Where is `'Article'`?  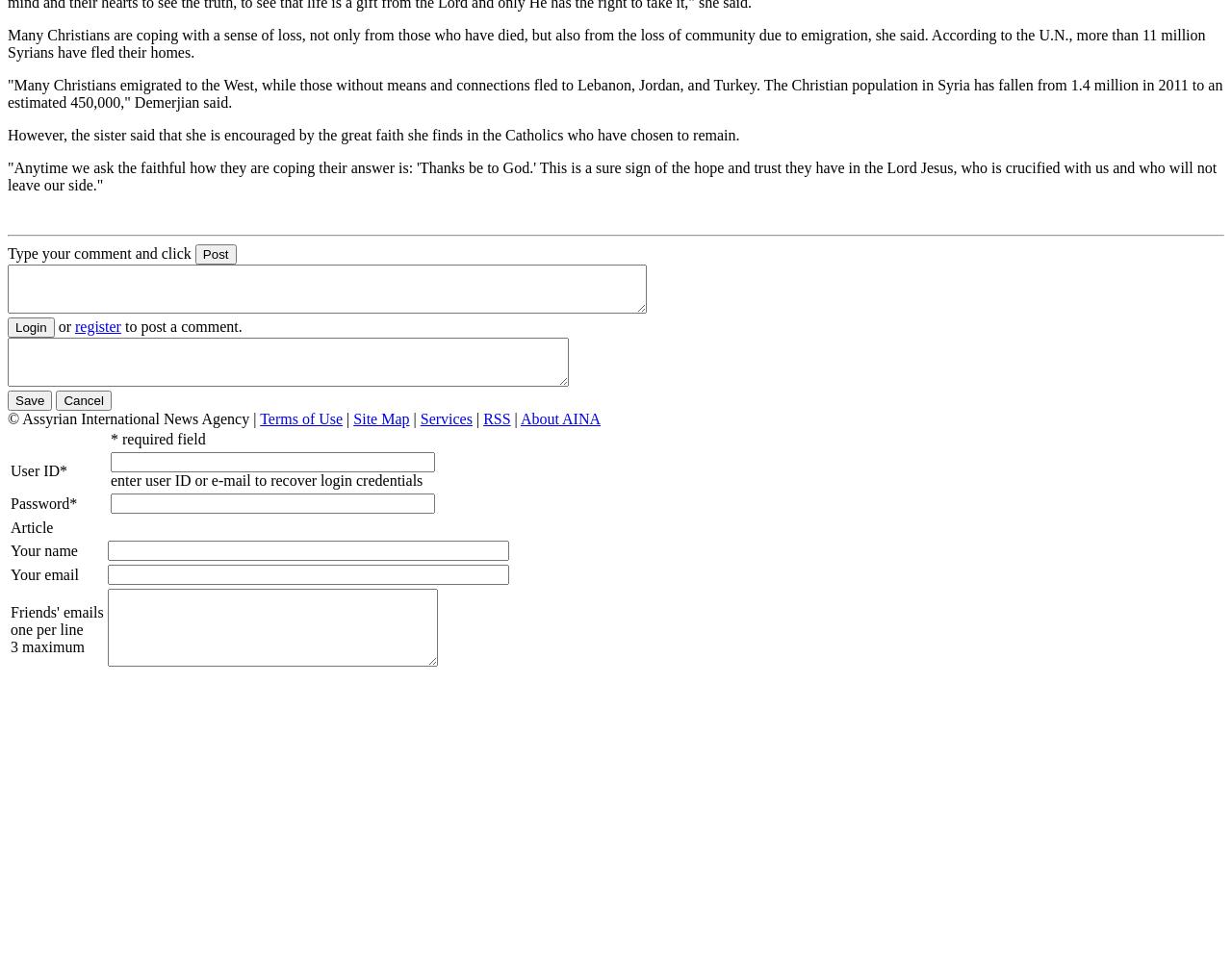
'Article' is located at coordinates (32, 527).